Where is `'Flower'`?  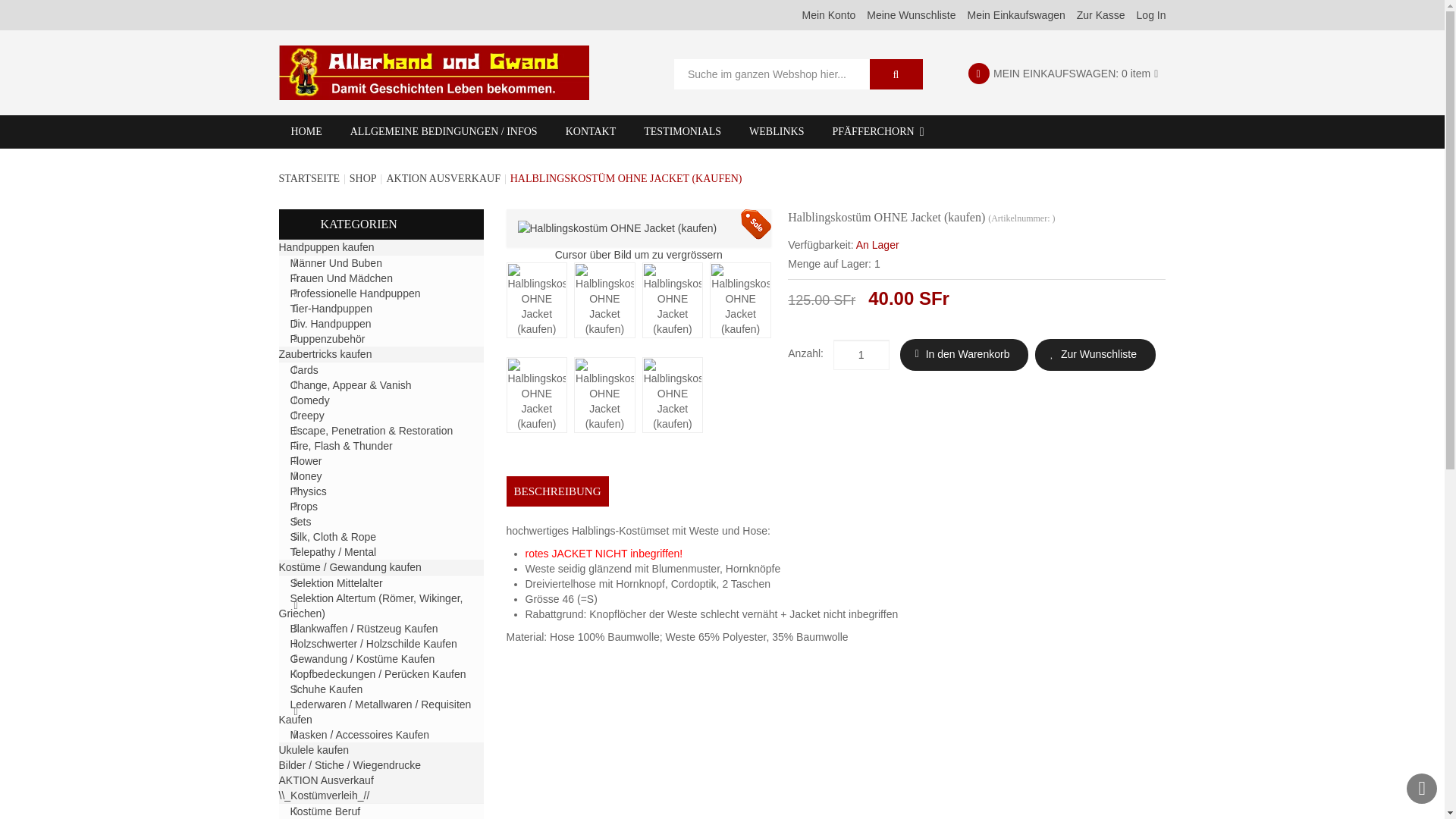 'Flower' is located at coordinates (305, 460).